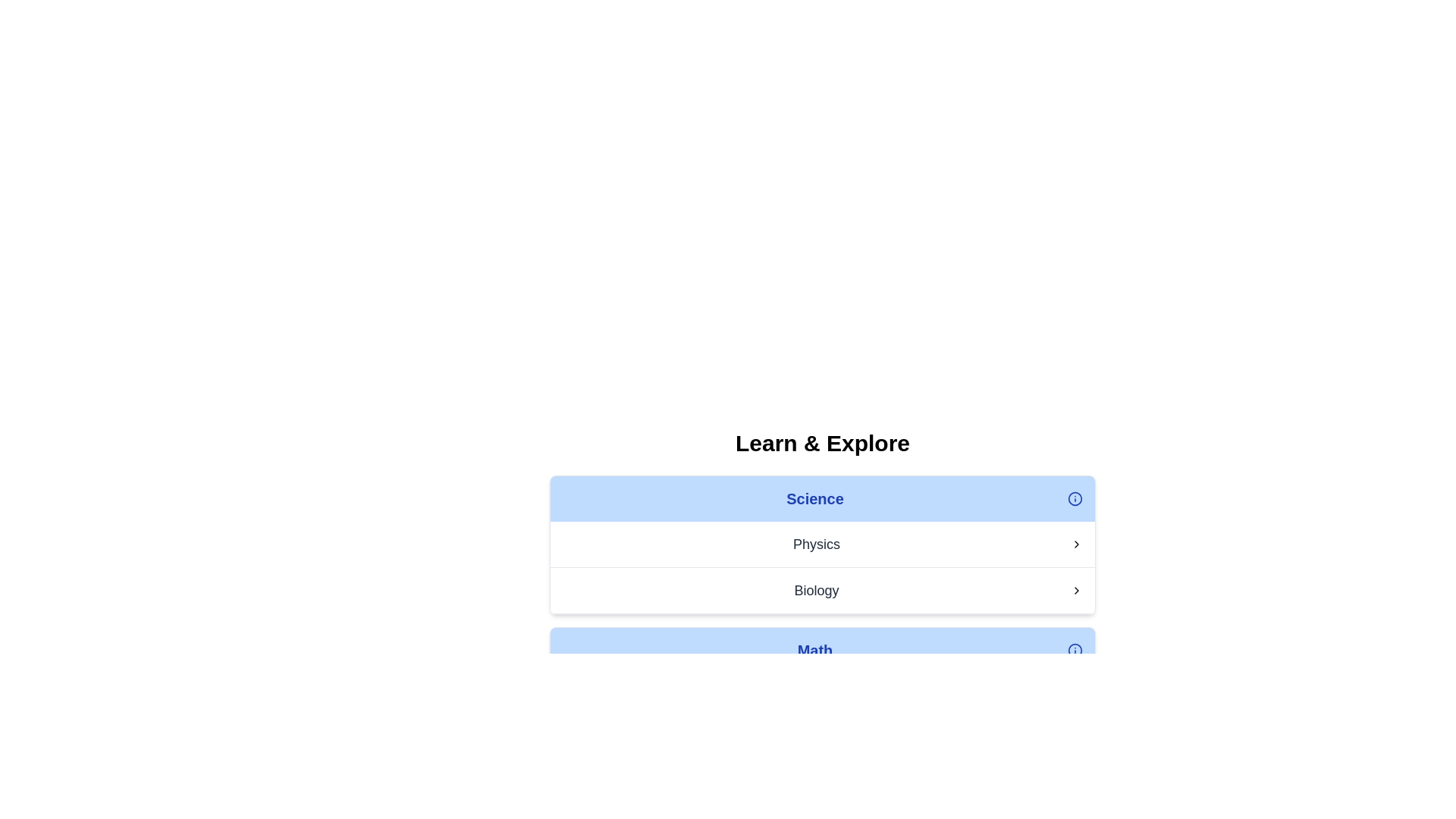 Image resolution: width=1456 pixels, height=819 pixels. I want to click on the small blue information icon with an 'i' symbol located to the far right within the 'Math' section, so click(1074, 649).